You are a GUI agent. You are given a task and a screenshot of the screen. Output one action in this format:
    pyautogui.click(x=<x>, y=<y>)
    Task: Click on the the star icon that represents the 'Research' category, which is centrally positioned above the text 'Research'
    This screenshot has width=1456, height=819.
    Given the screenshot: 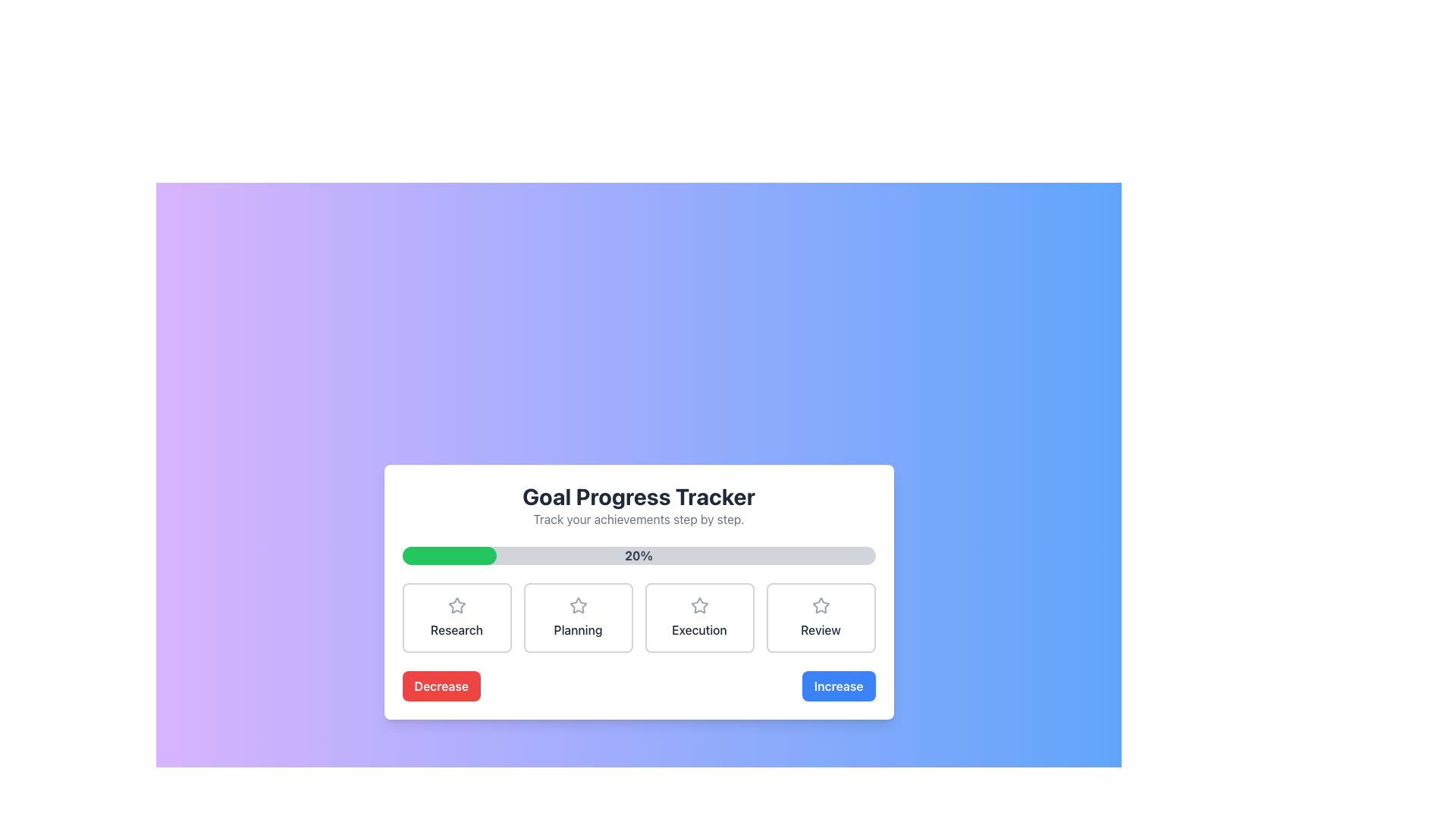 What is the action you would take?
    pyautogui.click(x=456, y=604)
    